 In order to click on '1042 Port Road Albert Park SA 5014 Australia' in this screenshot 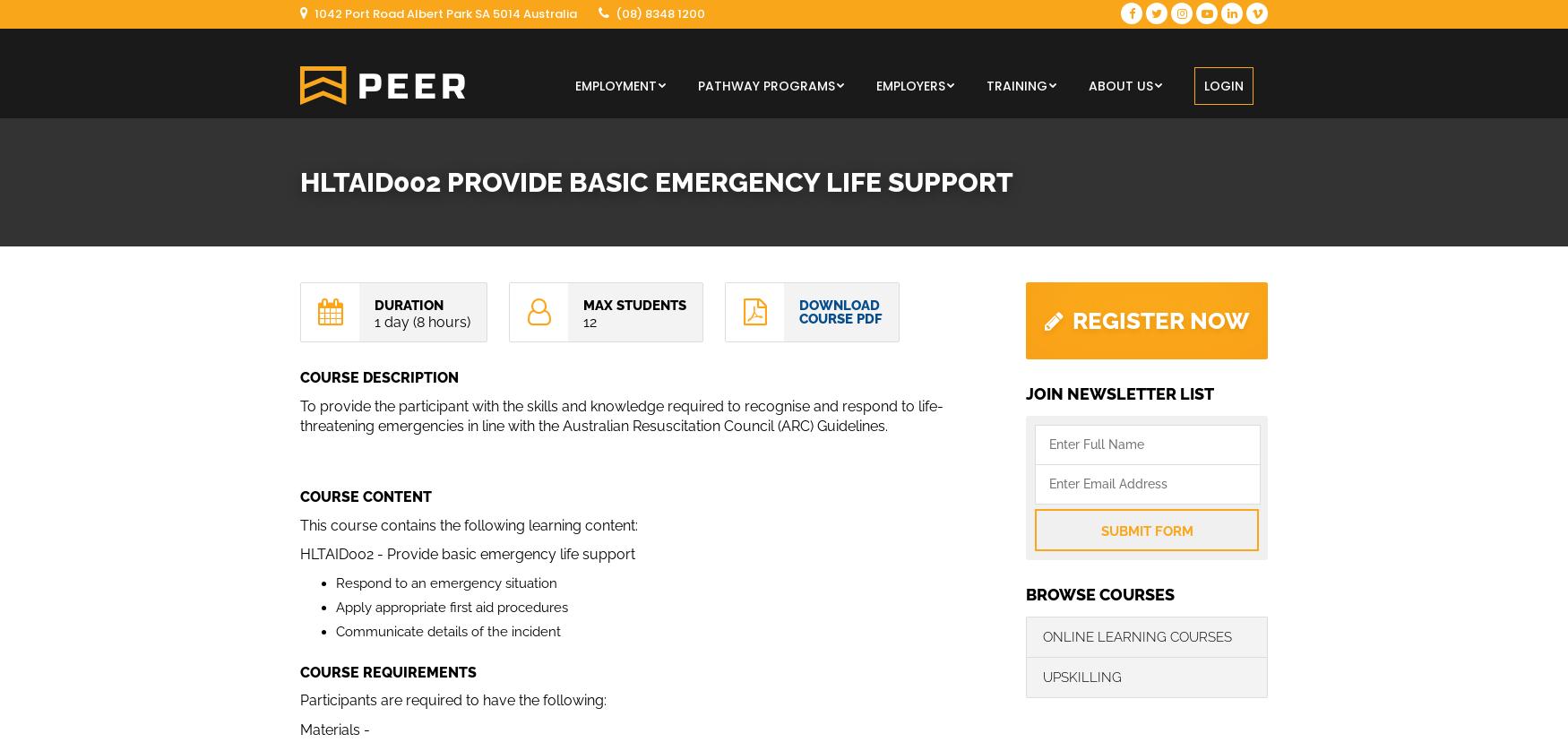, I will do `click(444, 13)`.